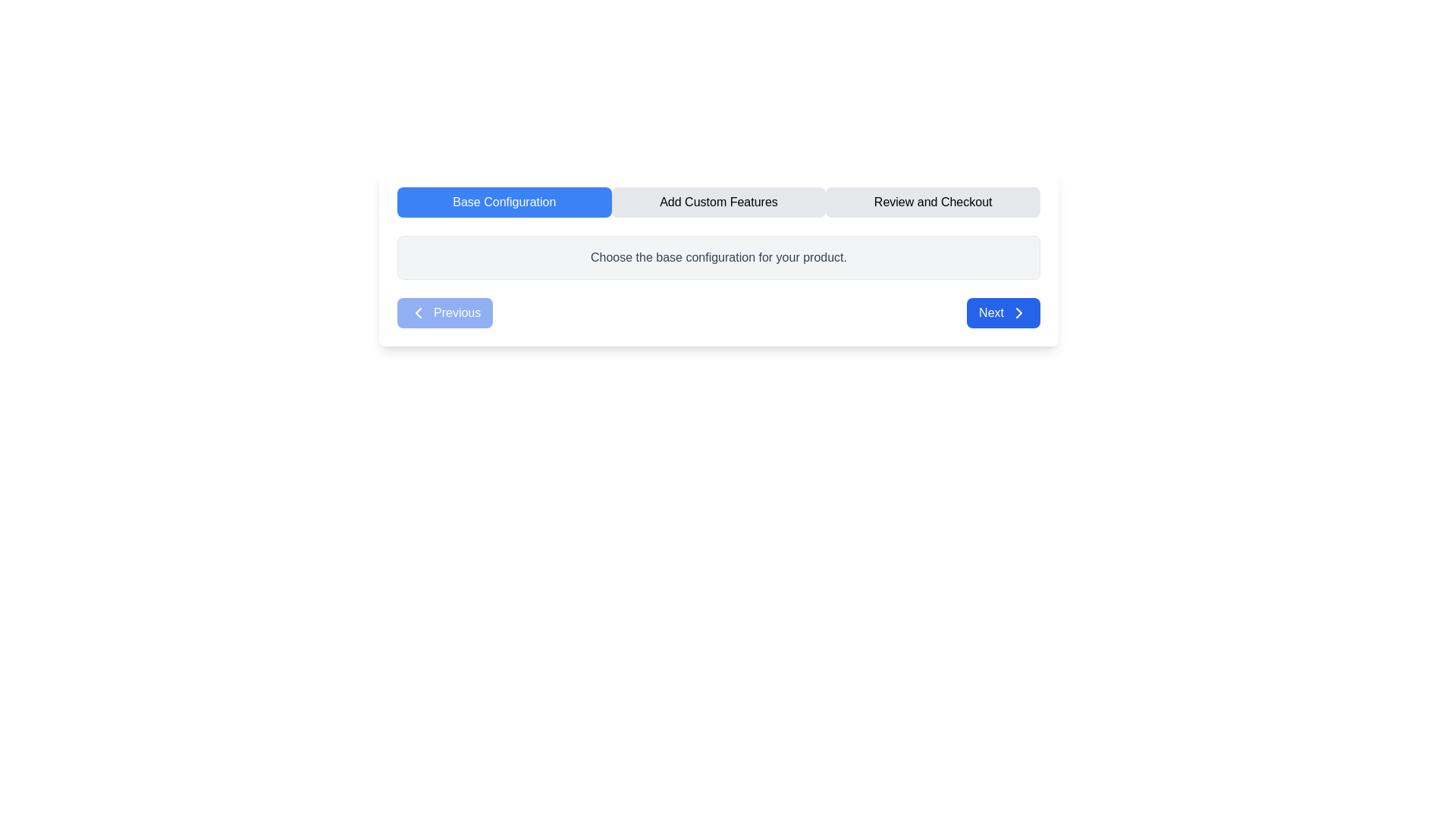  I want to click on the leftward-pointing chevron arrow SVG icon, which indicates a backward or previous action, located adjacent to the 'Previous' button, so click(419, 312).